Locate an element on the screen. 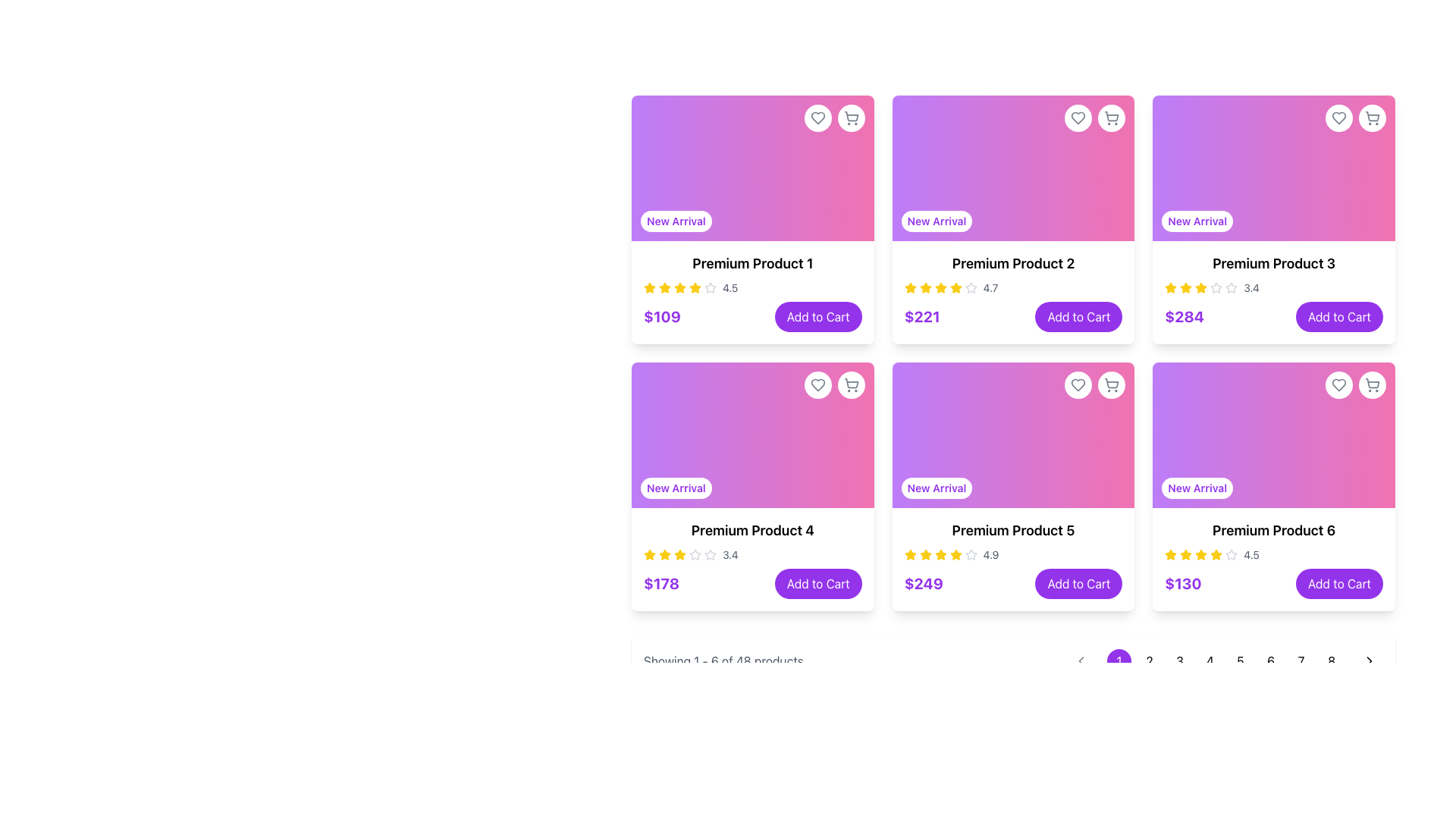  the second star icon in the rating system located within the second product card in the second row, positioned below the product title and above the numerical rating is located at coordinates (971, 287).